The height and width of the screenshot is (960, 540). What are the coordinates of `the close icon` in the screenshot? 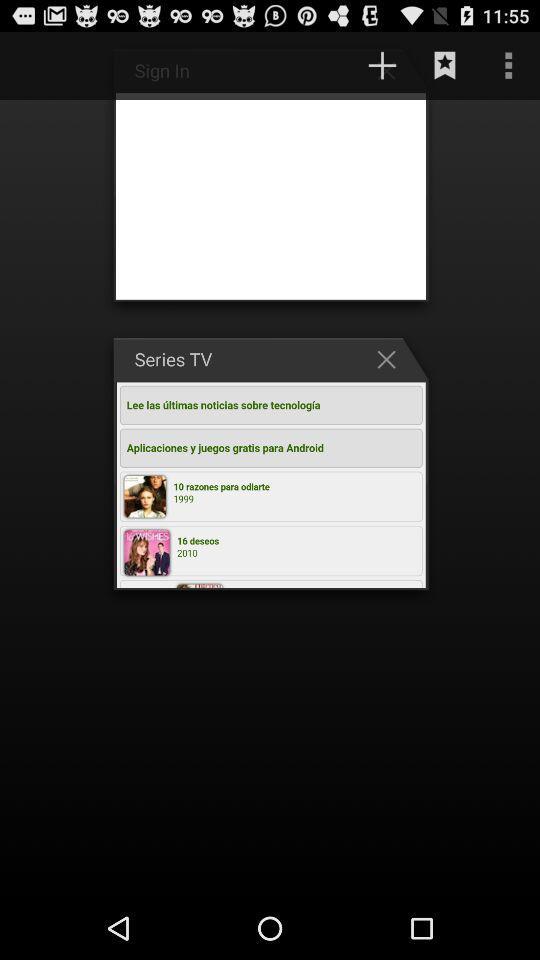 It's located at (391, 383).